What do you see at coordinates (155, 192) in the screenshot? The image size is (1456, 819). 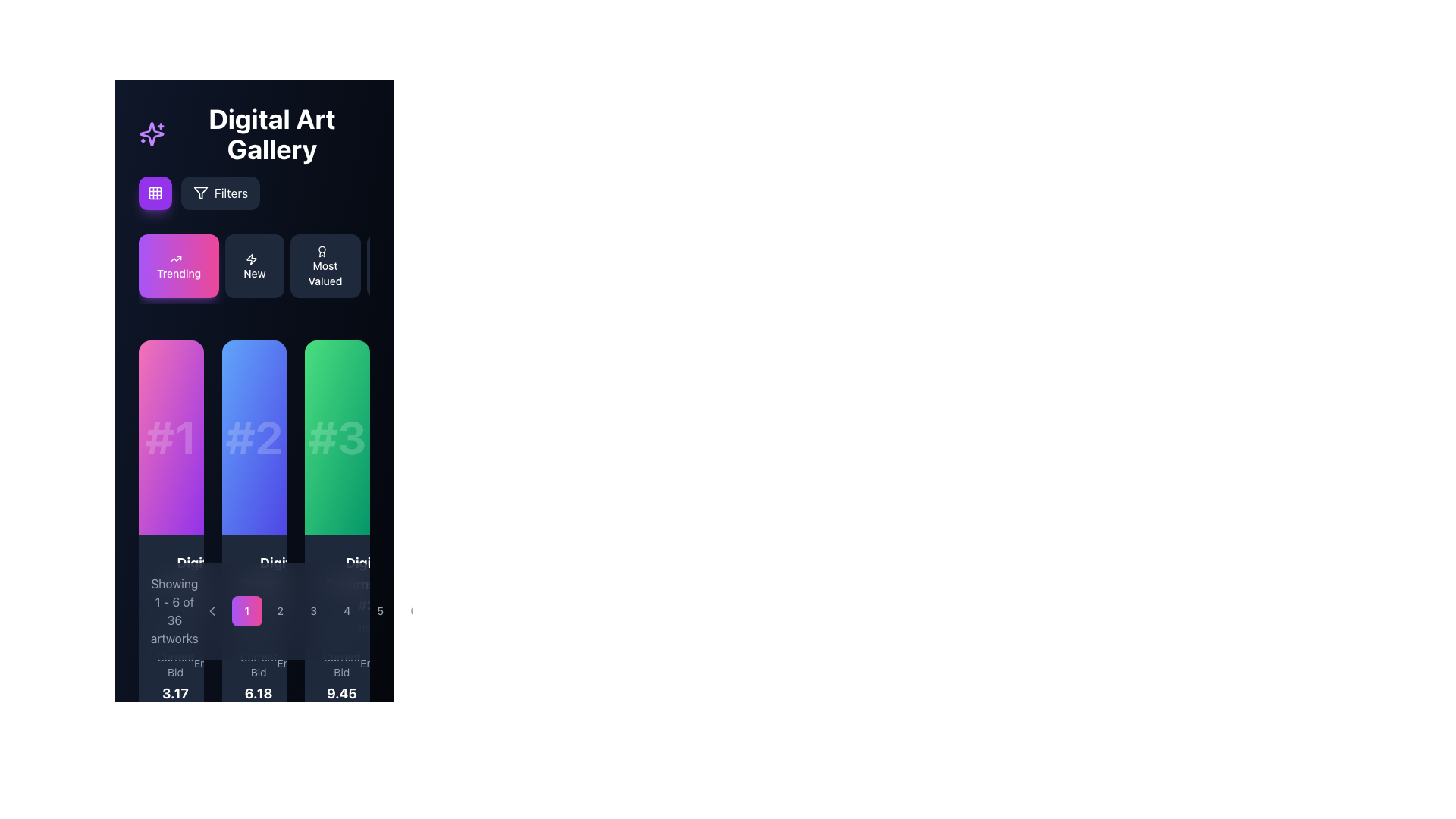 I see `the leftmost icon button in the upper button group, located directly beneath the logo area` at bounding box center [155, 192].